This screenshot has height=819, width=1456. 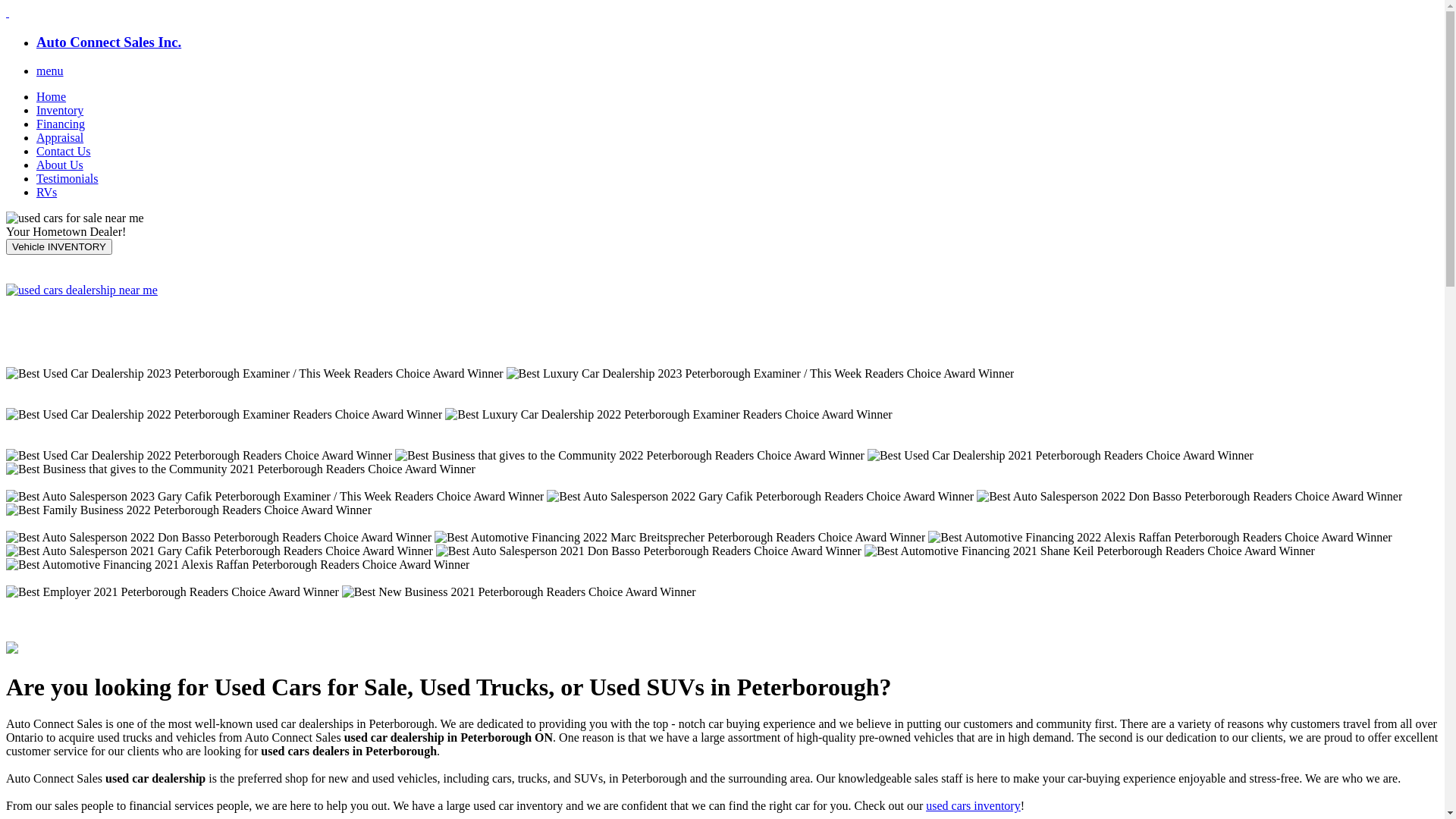 What do you see at coordinates (7, 12) in the screenshot?
I see `' '` at bounding box center [7, 12].